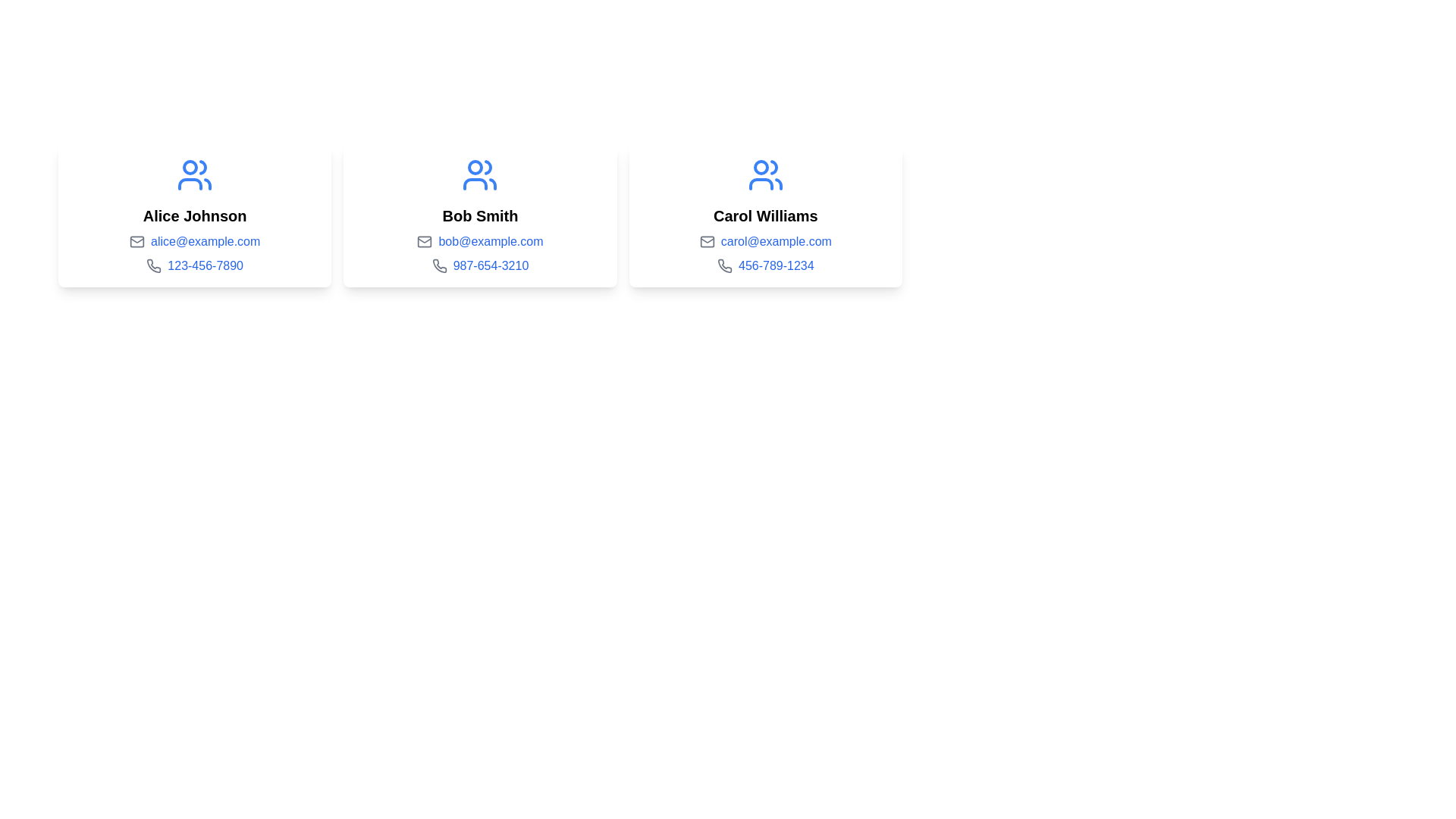 The image size is (1456, 819). What do you see at coordinates (764, 265) in the screenshot?
I see `the clickable text link for 'Carol Williams' to initiate a phone call` at bounding box center [764, 265].